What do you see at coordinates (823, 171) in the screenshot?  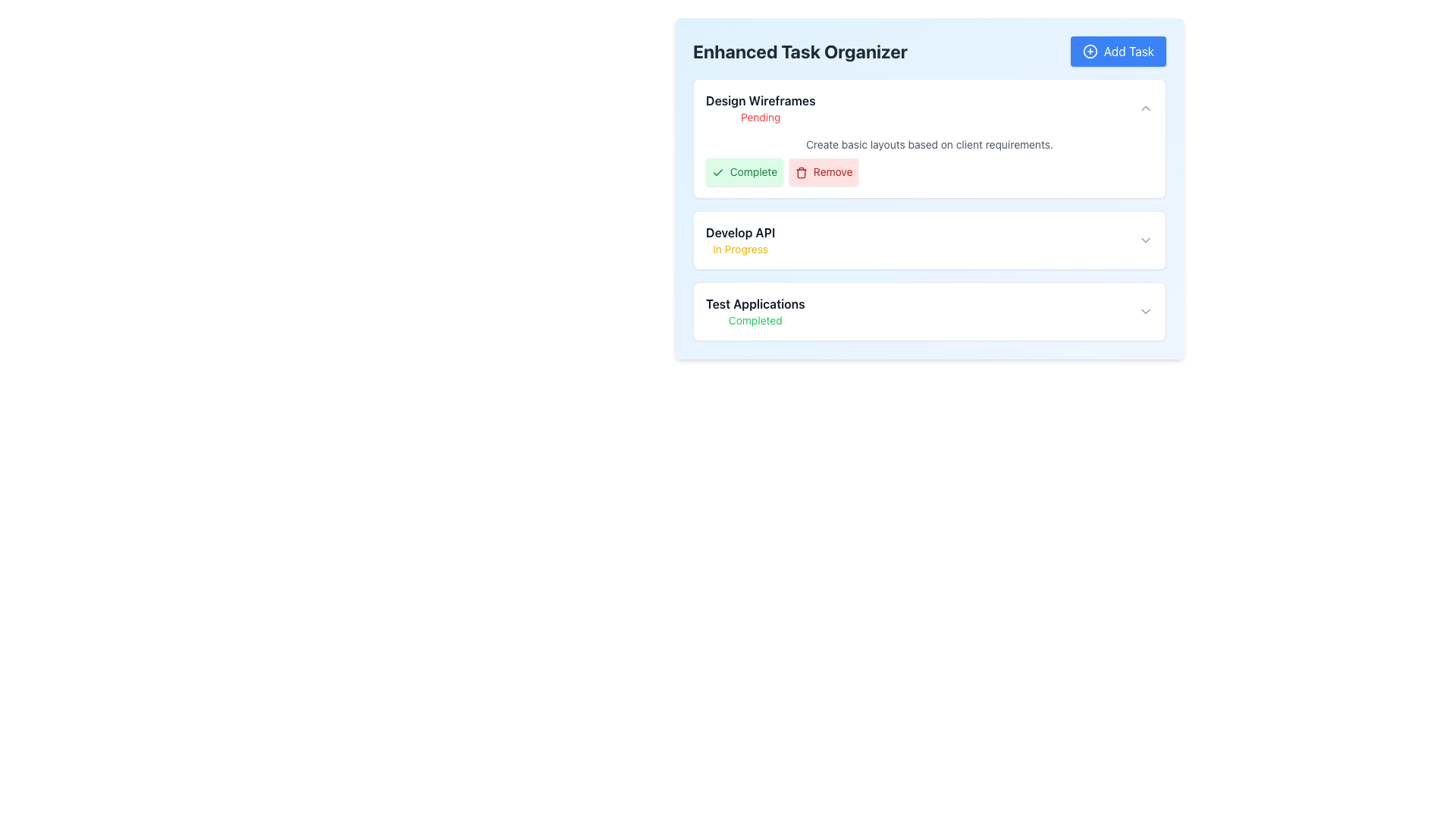 I see `the 'Remove' button with a red background and text, located in the 'Design Wireframes' task card` at bounding box center [823, 171].